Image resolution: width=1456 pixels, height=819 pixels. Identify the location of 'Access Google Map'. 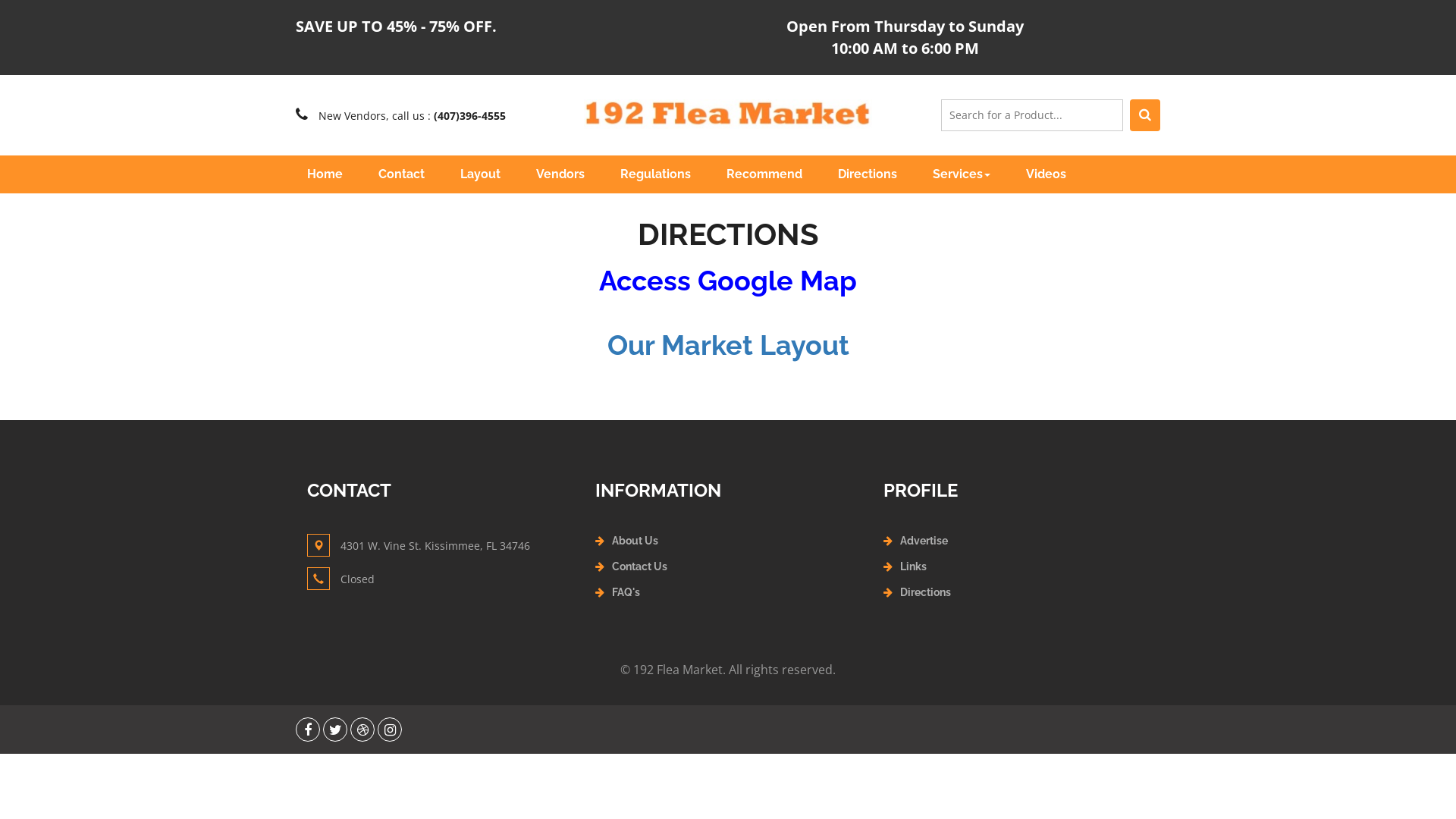
(728, 281).